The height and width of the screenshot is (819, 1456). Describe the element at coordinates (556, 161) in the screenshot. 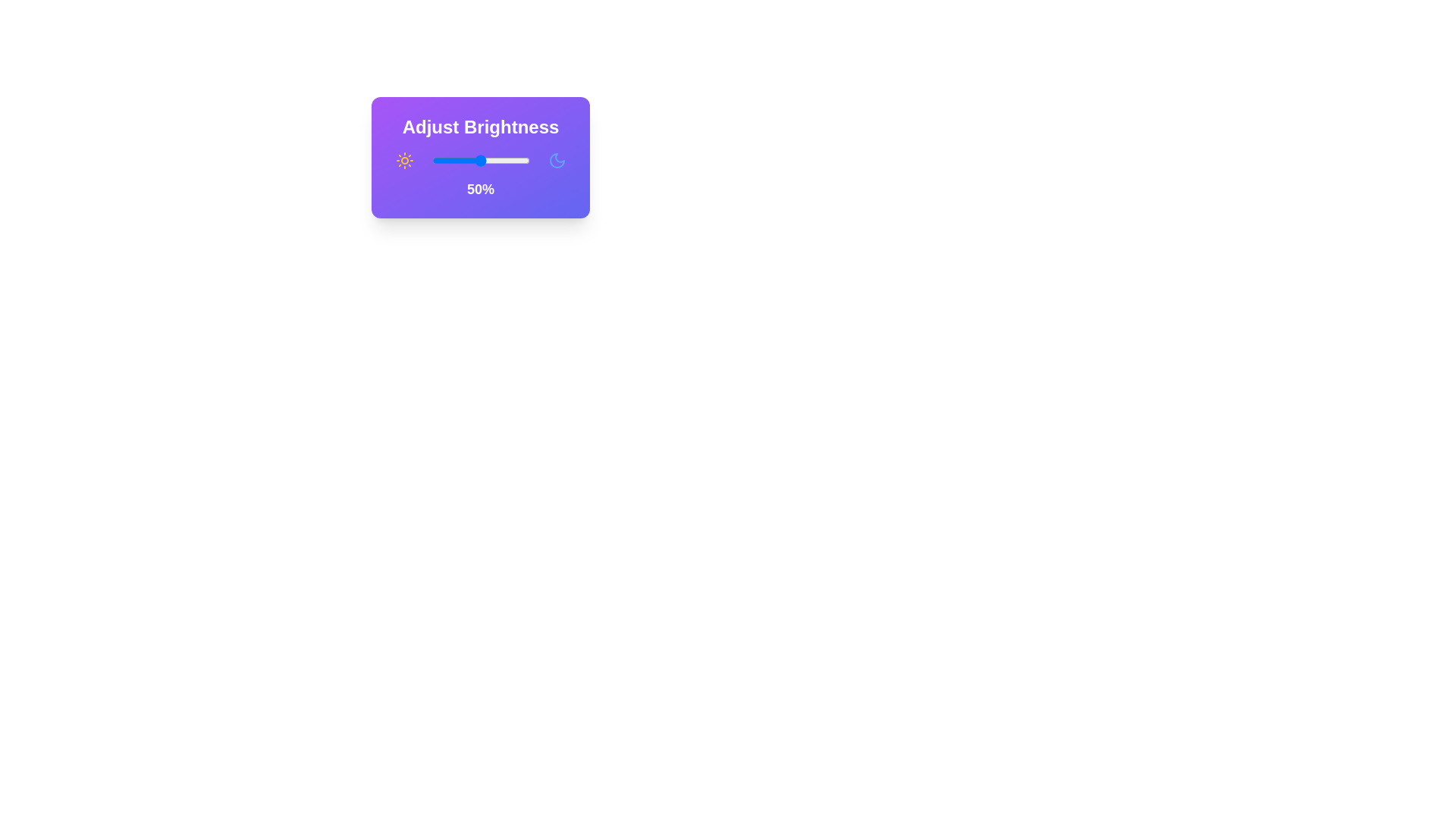

I see `the moon icon to explore its functionality` at that location.